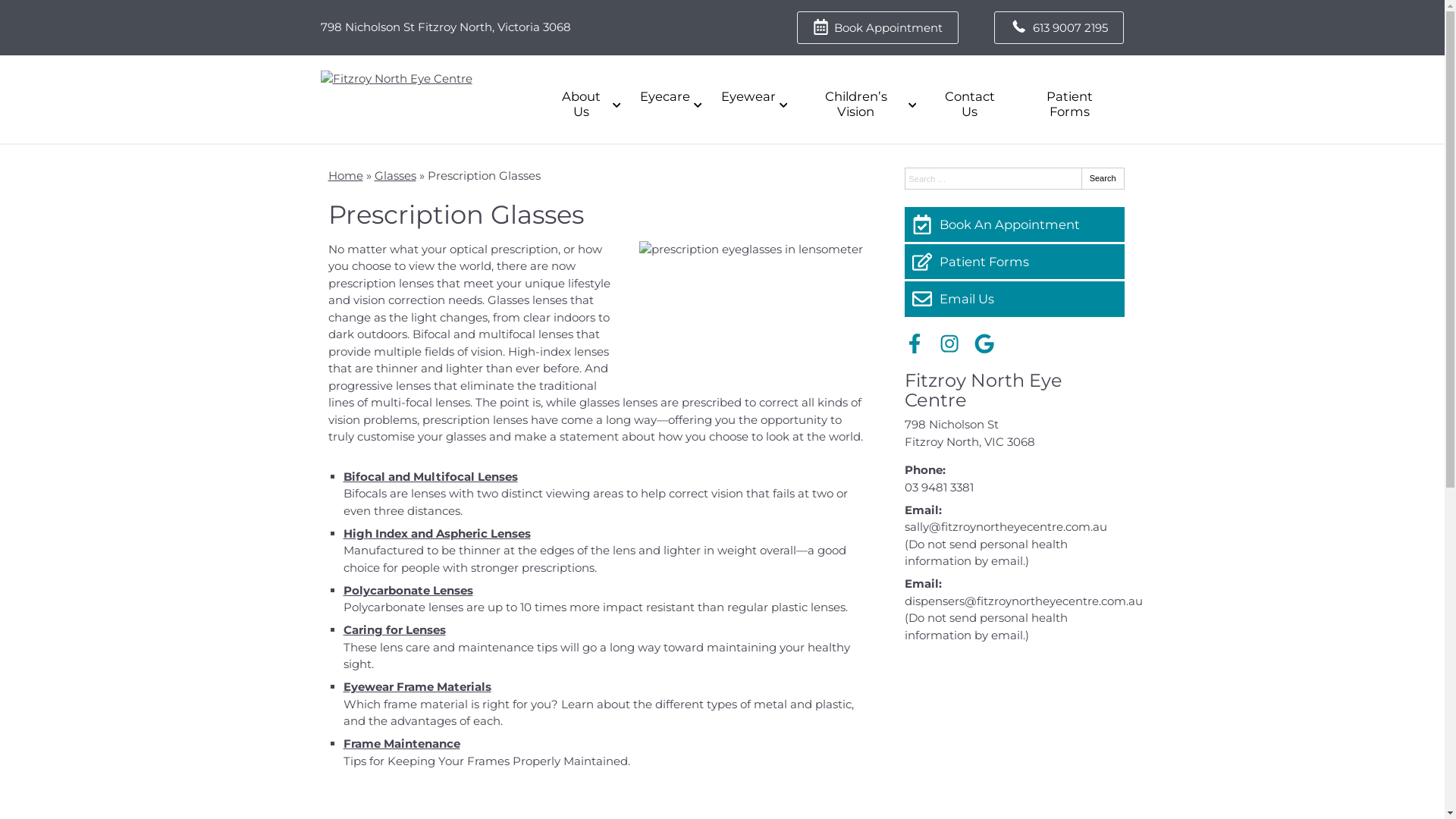 This screenshot has width=1456, height=819. Describe the element at coordinates (993, 27) in the screenshot. I see `'613 9007 2195'` at that location.